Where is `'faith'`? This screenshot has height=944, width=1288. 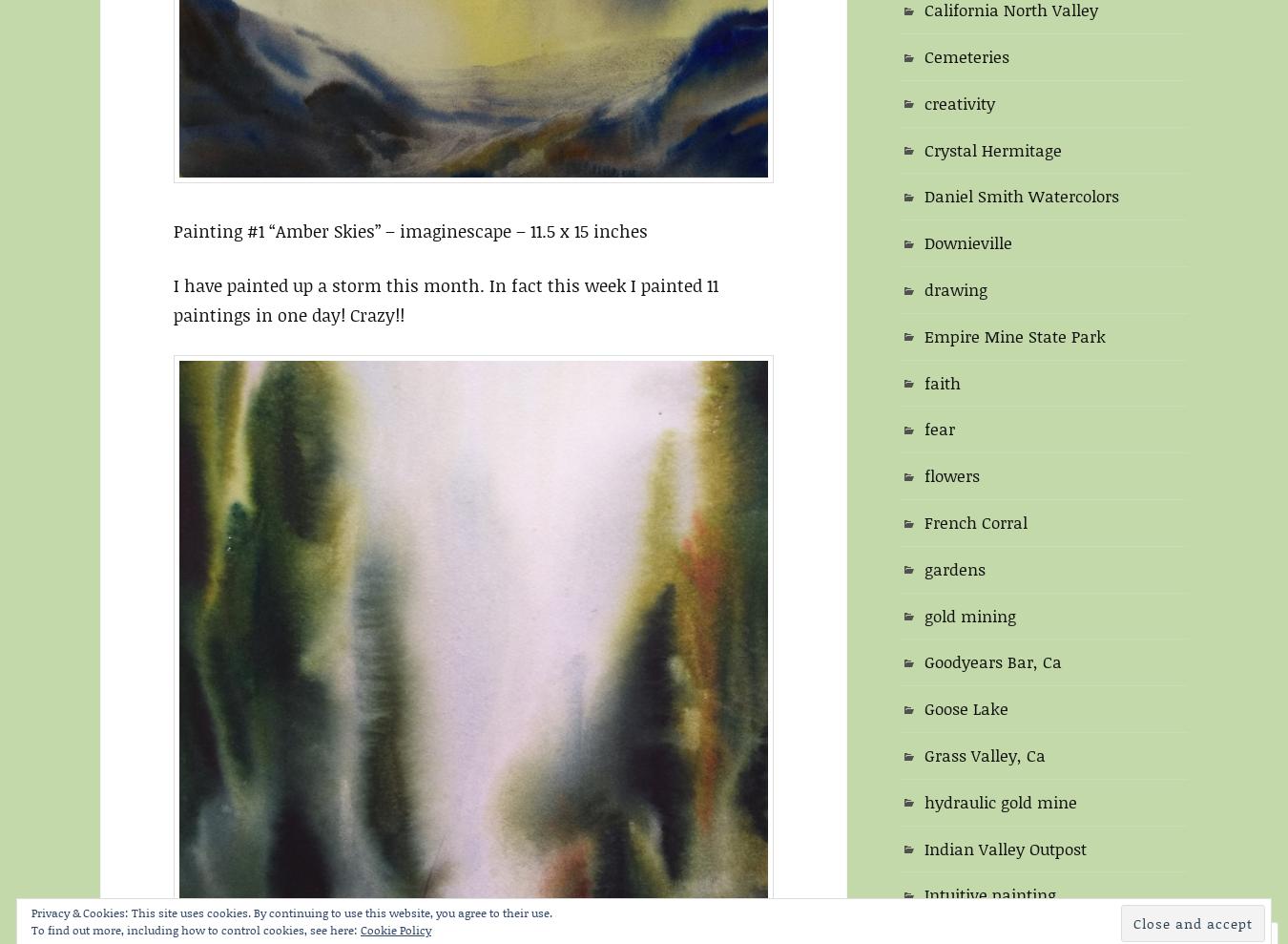 'faith' is located at coordinates (924, 381).